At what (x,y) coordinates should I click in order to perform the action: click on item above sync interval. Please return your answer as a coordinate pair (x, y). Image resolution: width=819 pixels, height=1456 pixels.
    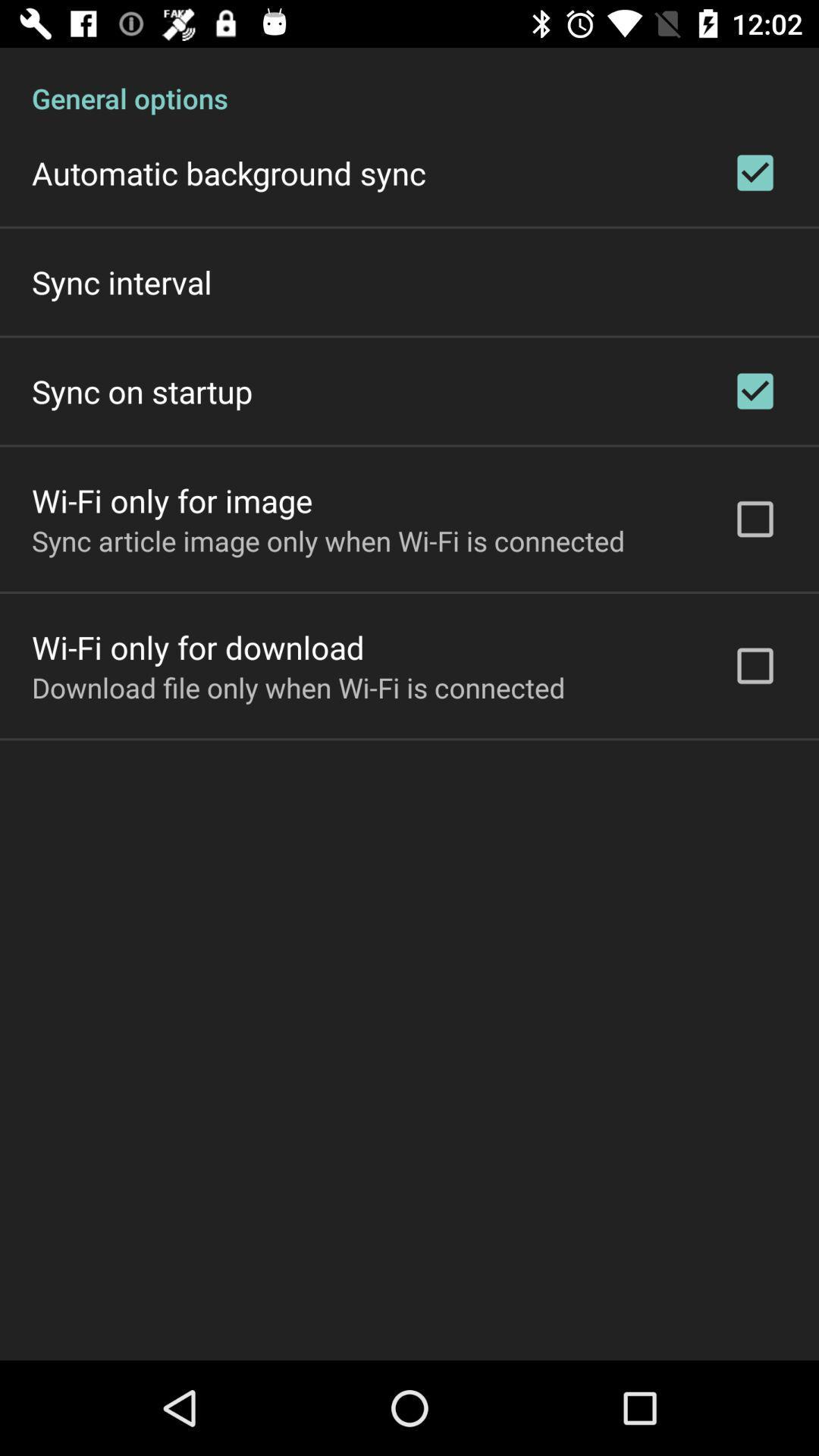
    Looking at the image, I should click on (228, 173).